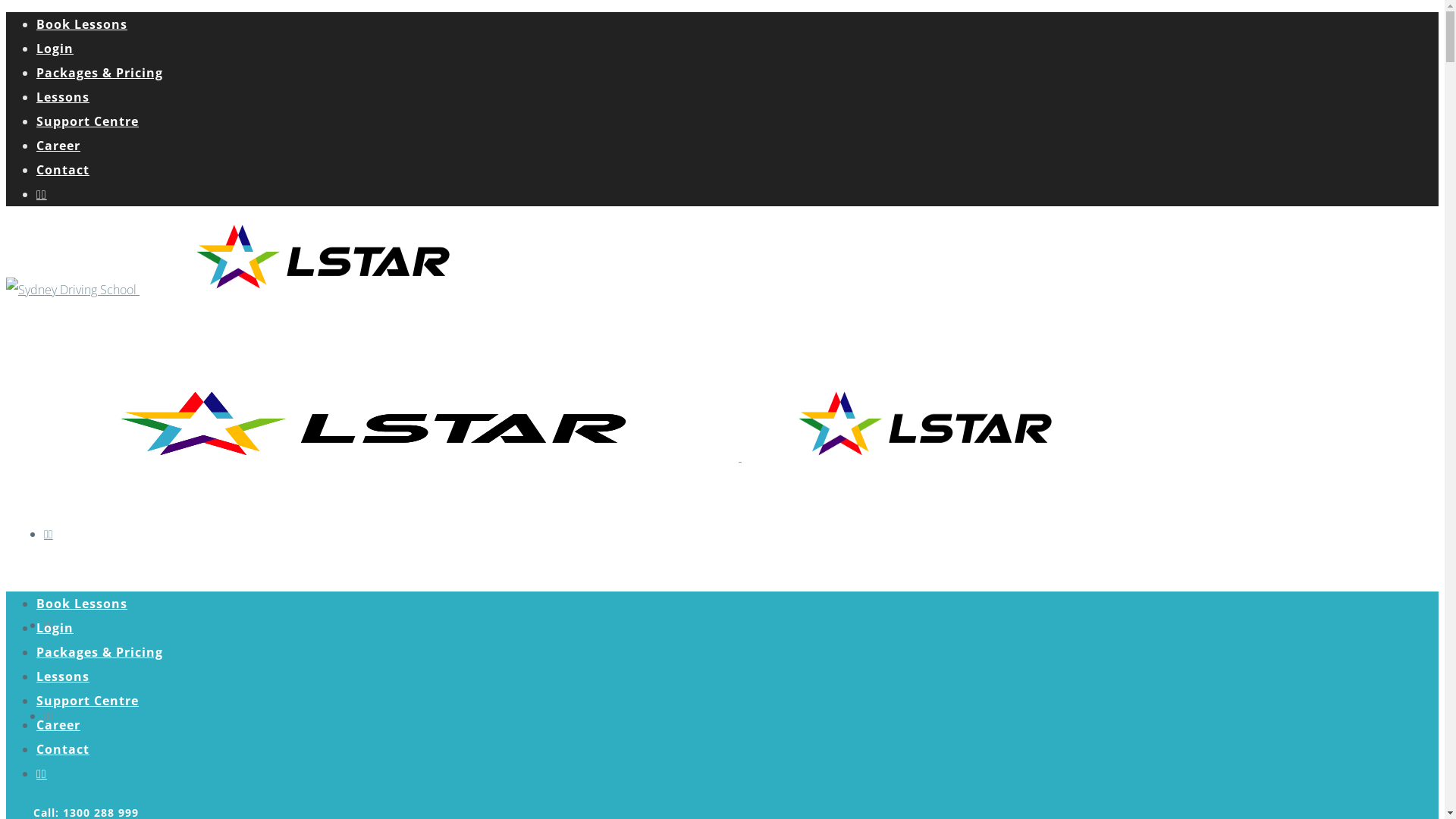  Describe the element at coordinates (80, 24) in the screenshot. I see `'Book Lessons'` at that location.